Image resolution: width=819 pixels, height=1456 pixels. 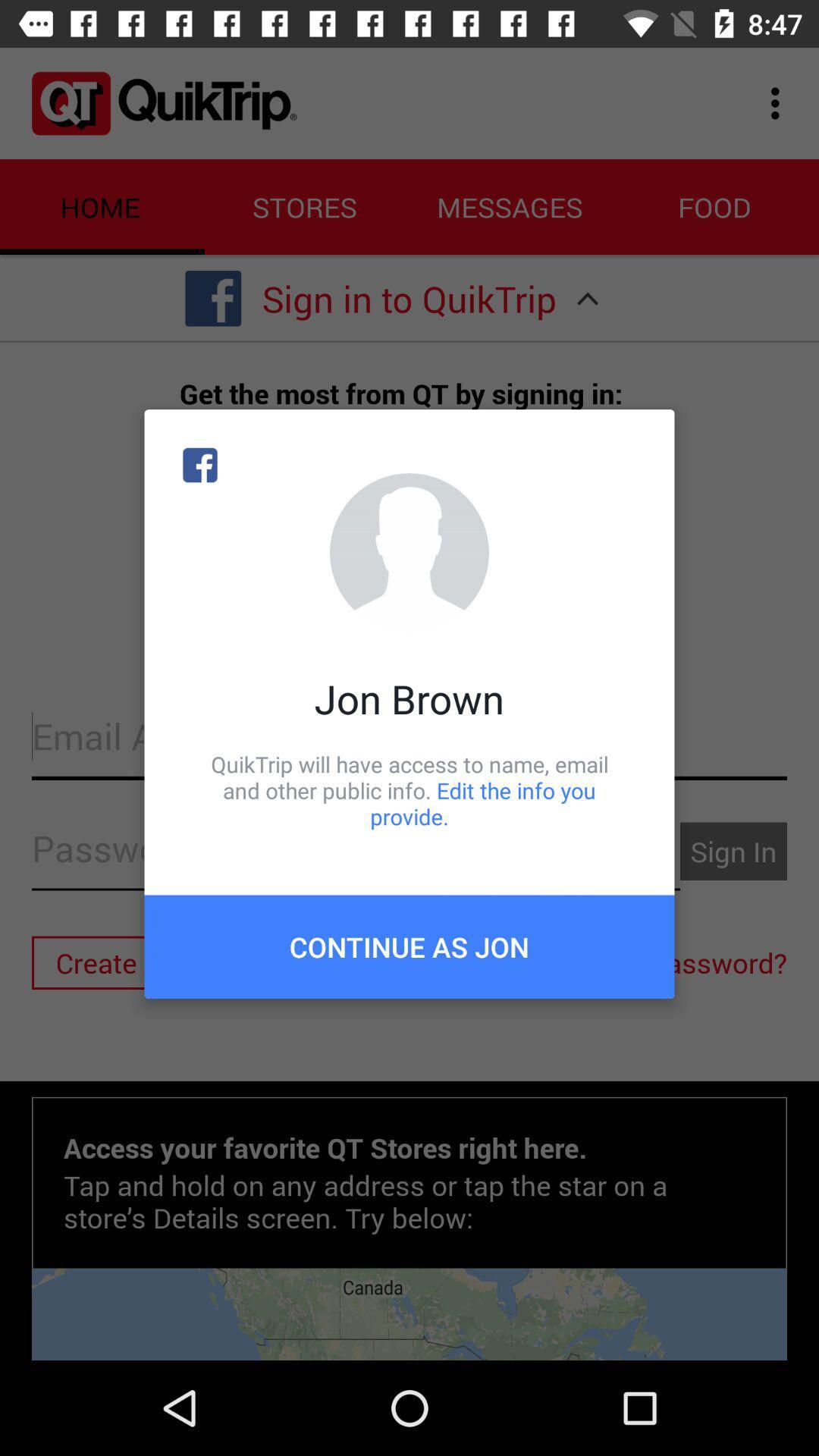 What do you see at coordinates (409, 946) in the screenshot?
I see `the continue as jon` at bounding box center [409, 946].